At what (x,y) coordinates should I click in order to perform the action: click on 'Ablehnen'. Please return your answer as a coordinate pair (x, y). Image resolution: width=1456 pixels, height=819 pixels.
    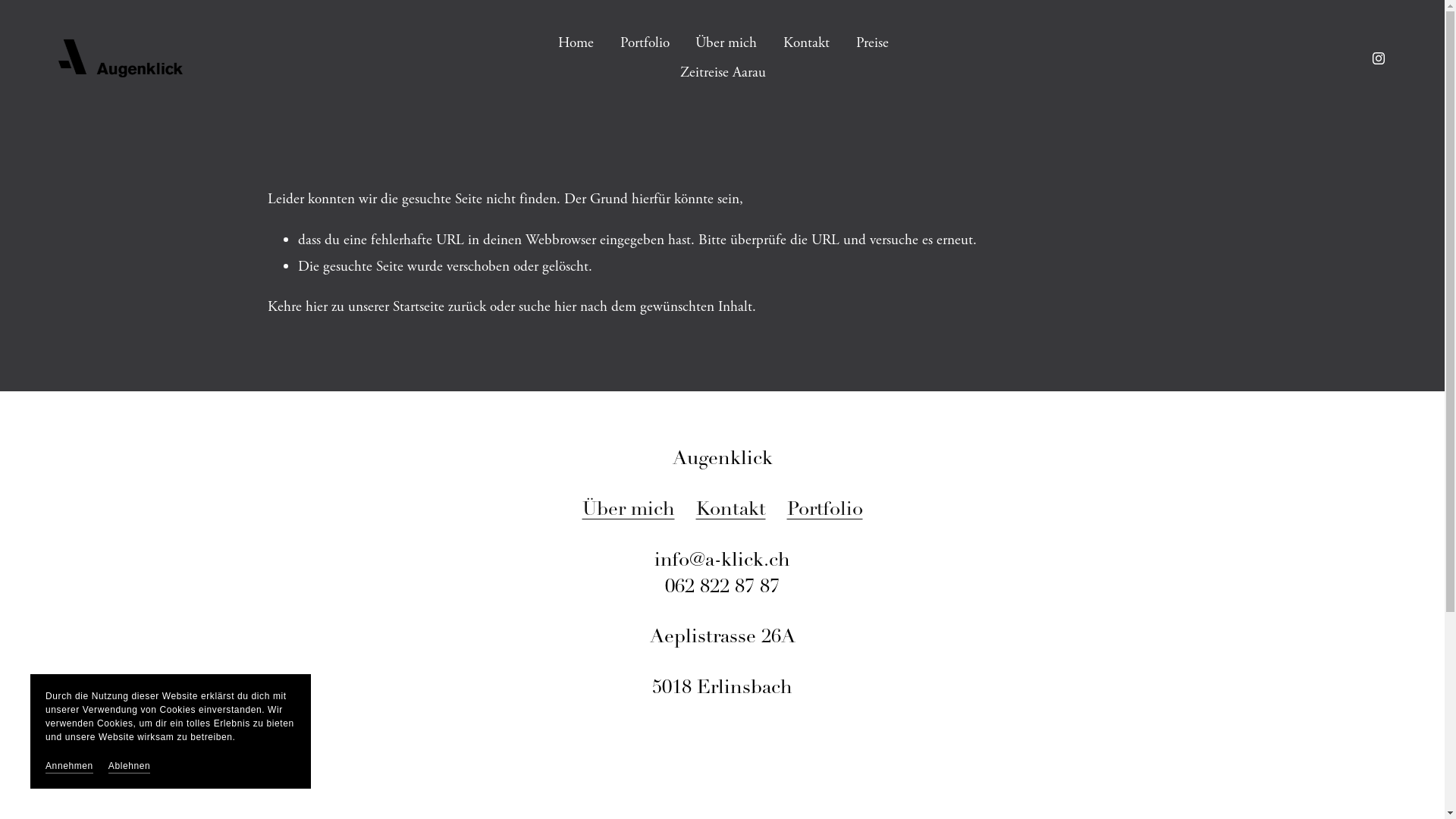
    Looking at the image, I should click on (130, 766).